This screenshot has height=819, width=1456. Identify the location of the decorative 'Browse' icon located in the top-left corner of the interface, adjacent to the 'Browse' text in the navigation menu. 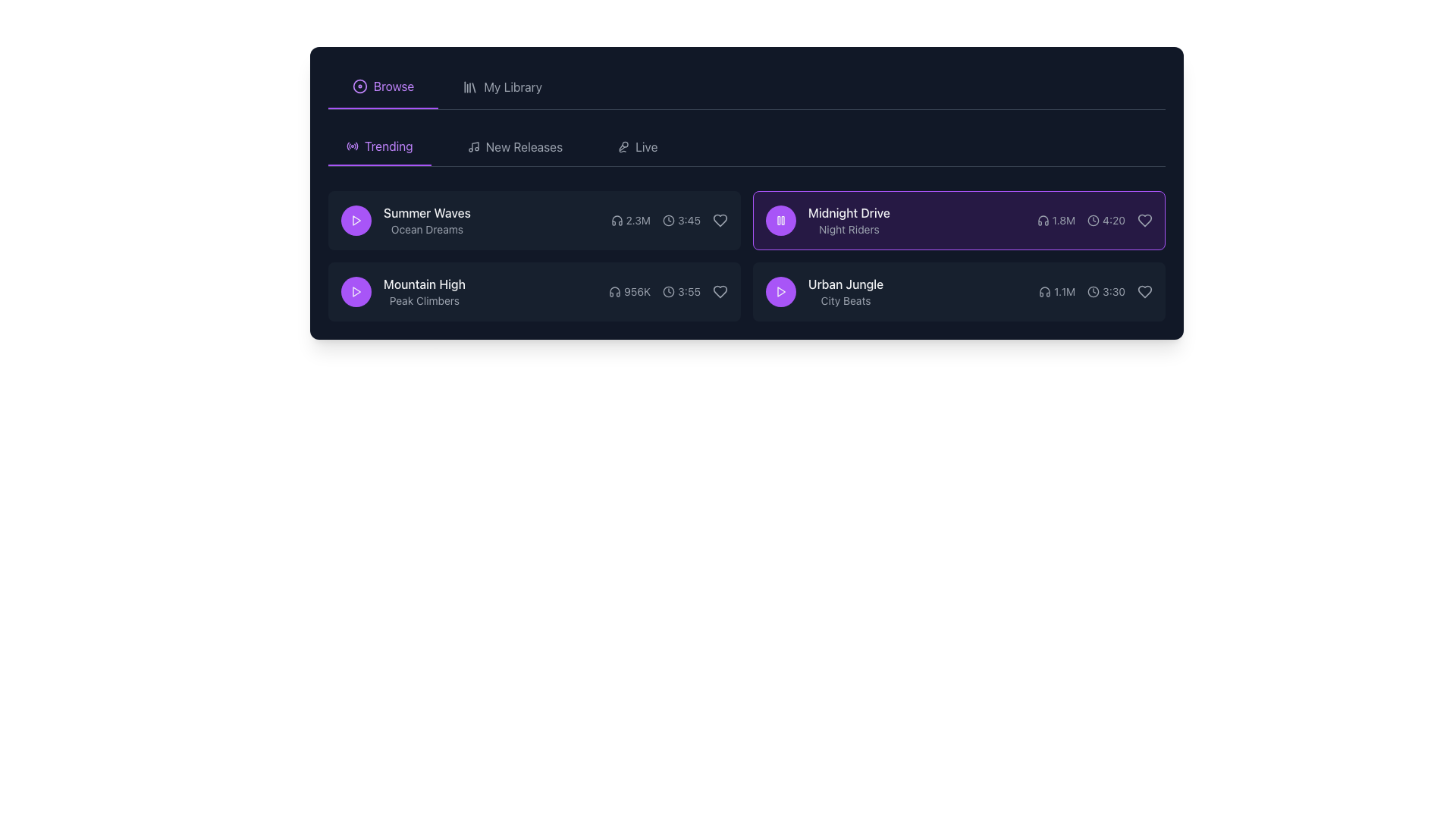
(359, 86).